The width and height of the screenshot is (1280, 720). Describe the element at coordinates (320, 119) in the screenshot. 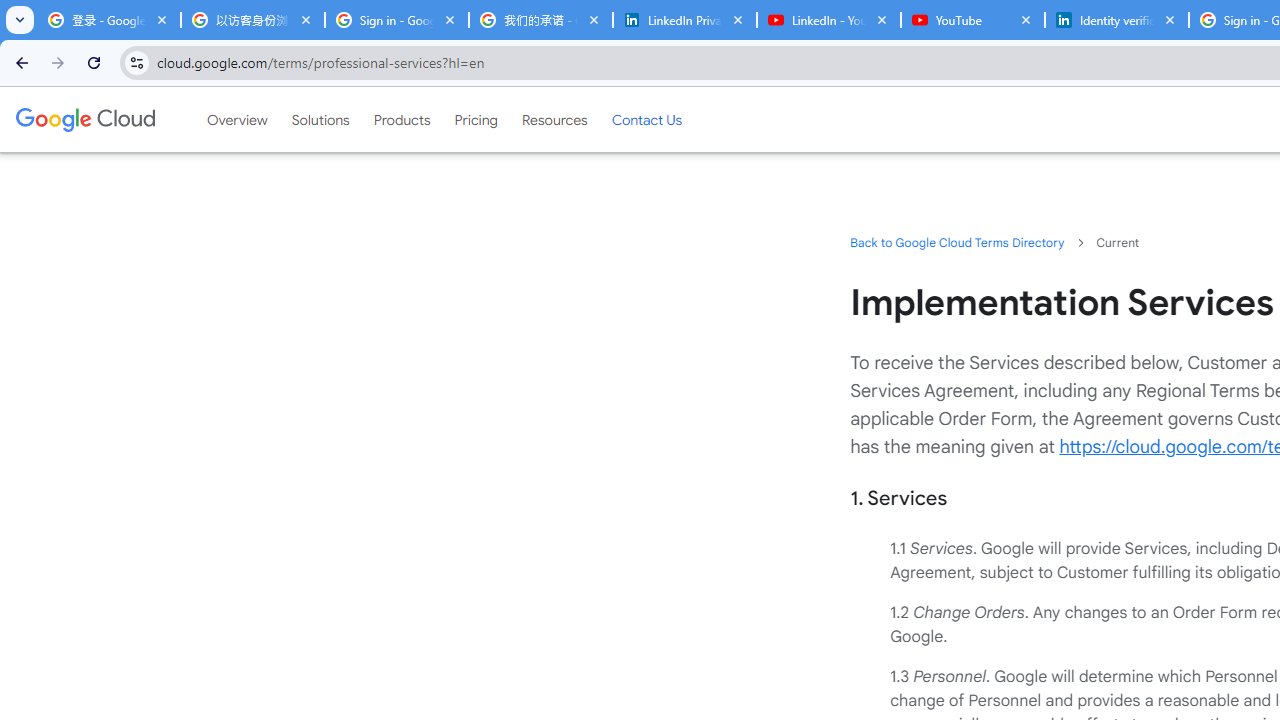

I see `'Solutions'` at that location.